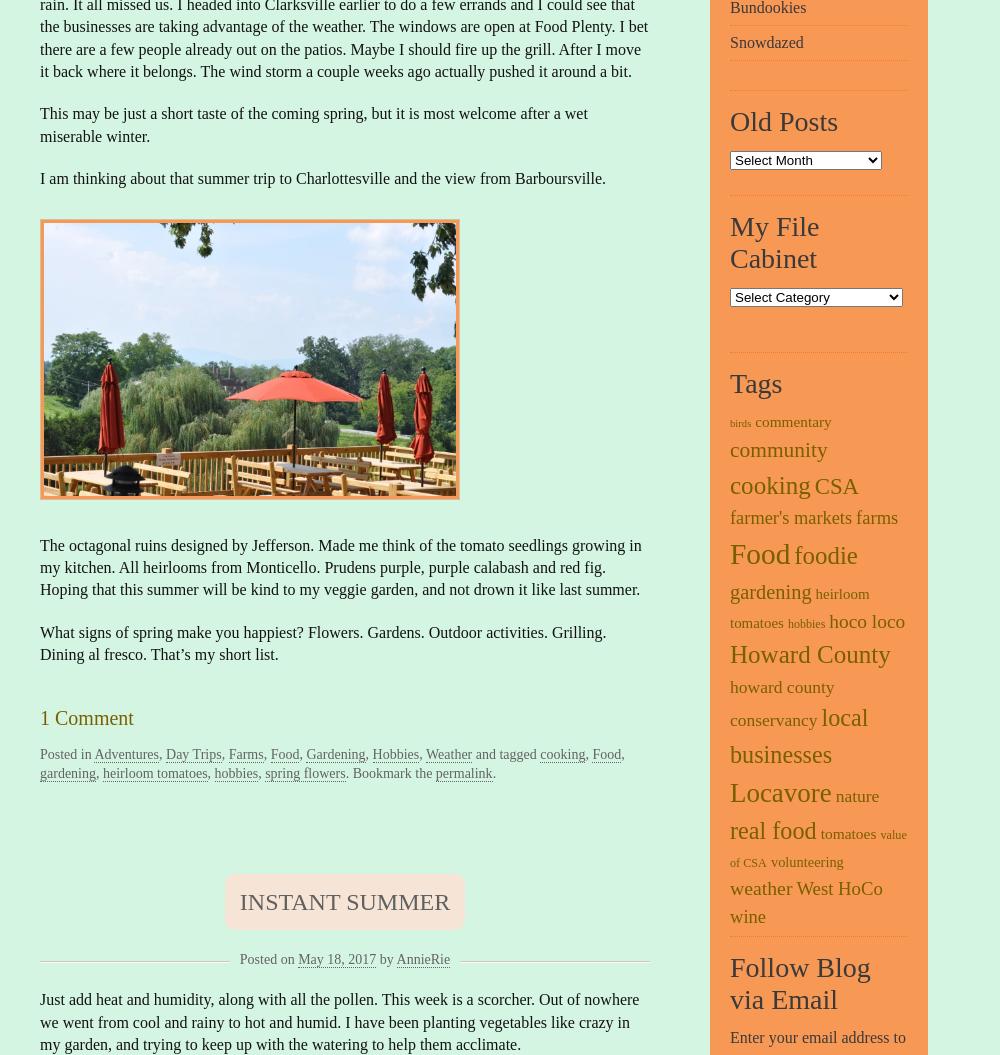  I want to click on 'May 18, 2017', so click(298, 958).